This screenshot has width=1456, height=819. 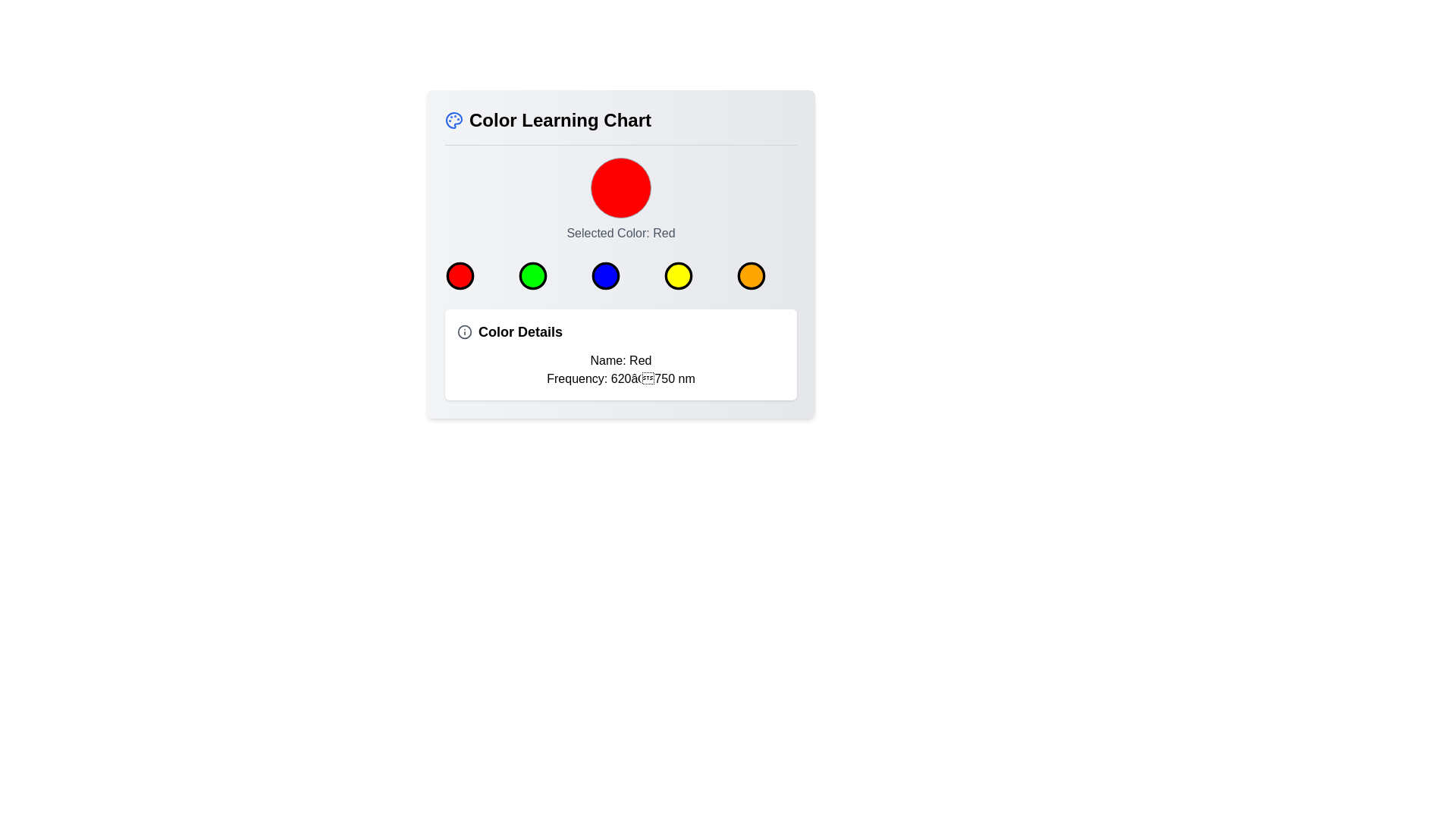 What do you see at coordinates (621, 378) in the screenshot?
I see `the text label displaying 'Frequency: 620–750 nm', which is located within the 'Color Details' section, directly below 'Name: Red'` at bounding box center [621, 378].